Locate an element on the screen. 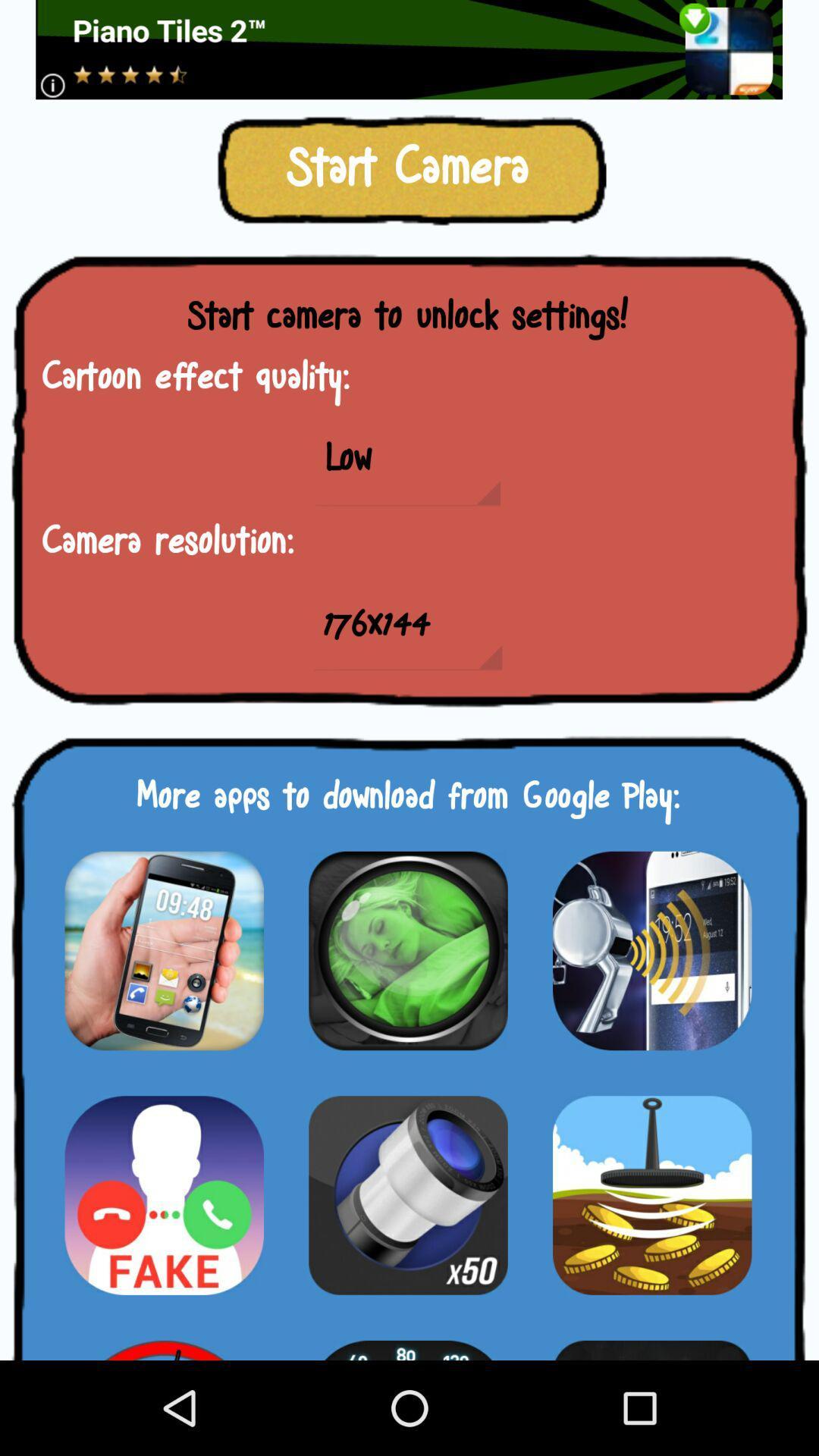  app to download is located at coordinates (651, 1341).